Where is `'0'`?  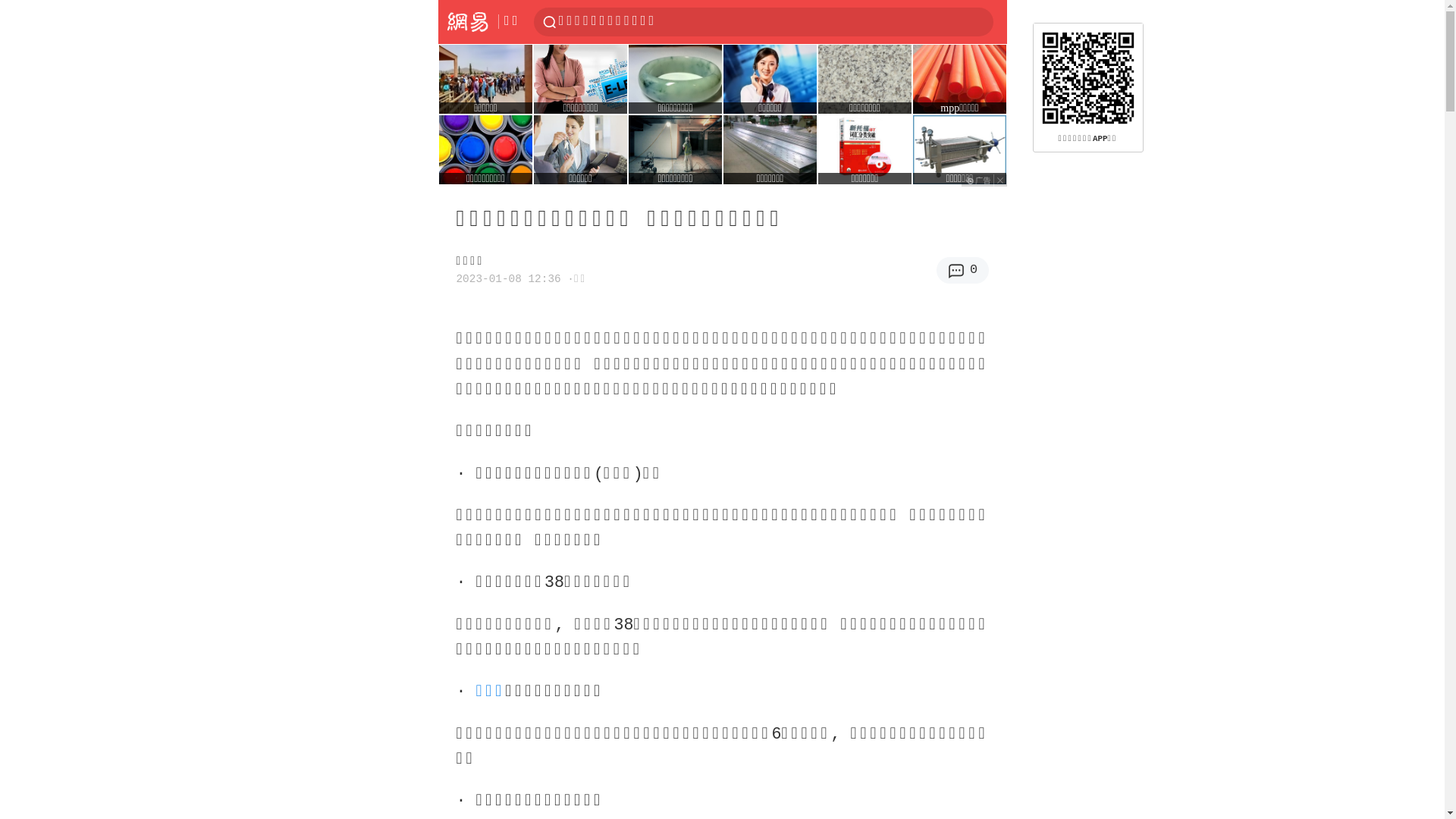 '0' is located at coordinates (962, 269).